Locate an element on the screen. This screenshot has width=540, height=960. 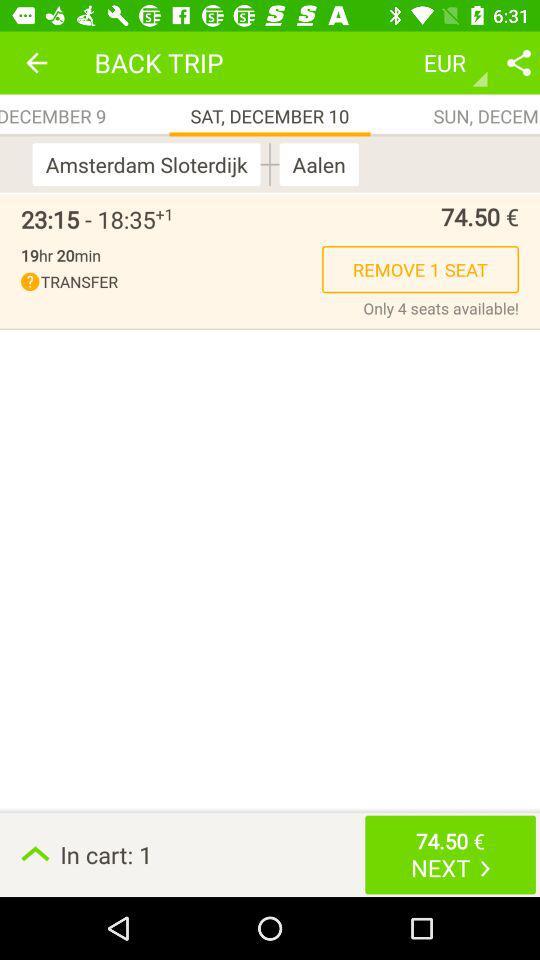
the icon to the left of the remove 1 seat item is located at coordinates (171, 281).